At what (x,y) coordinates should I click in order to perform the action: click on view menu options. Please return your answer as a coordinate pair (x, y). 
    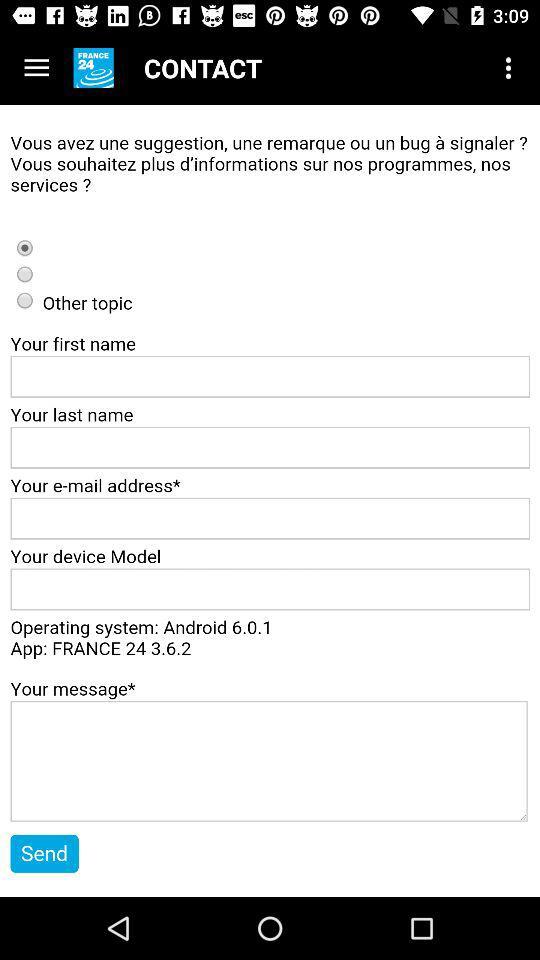
    Looking at the image, I should click on (36, 68).